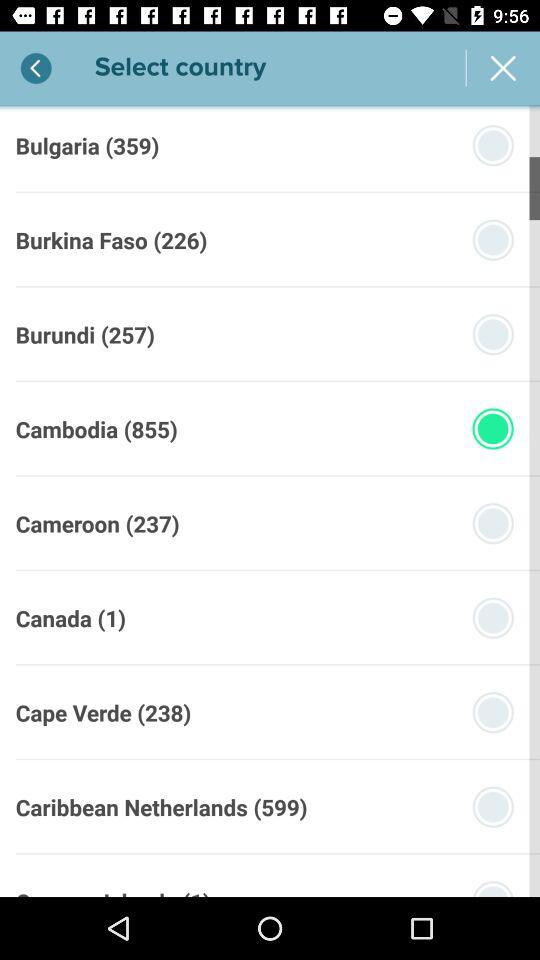 This screenshot has width=540, height=960. I want to click on cameroon (237) icon, so click(96, 522).